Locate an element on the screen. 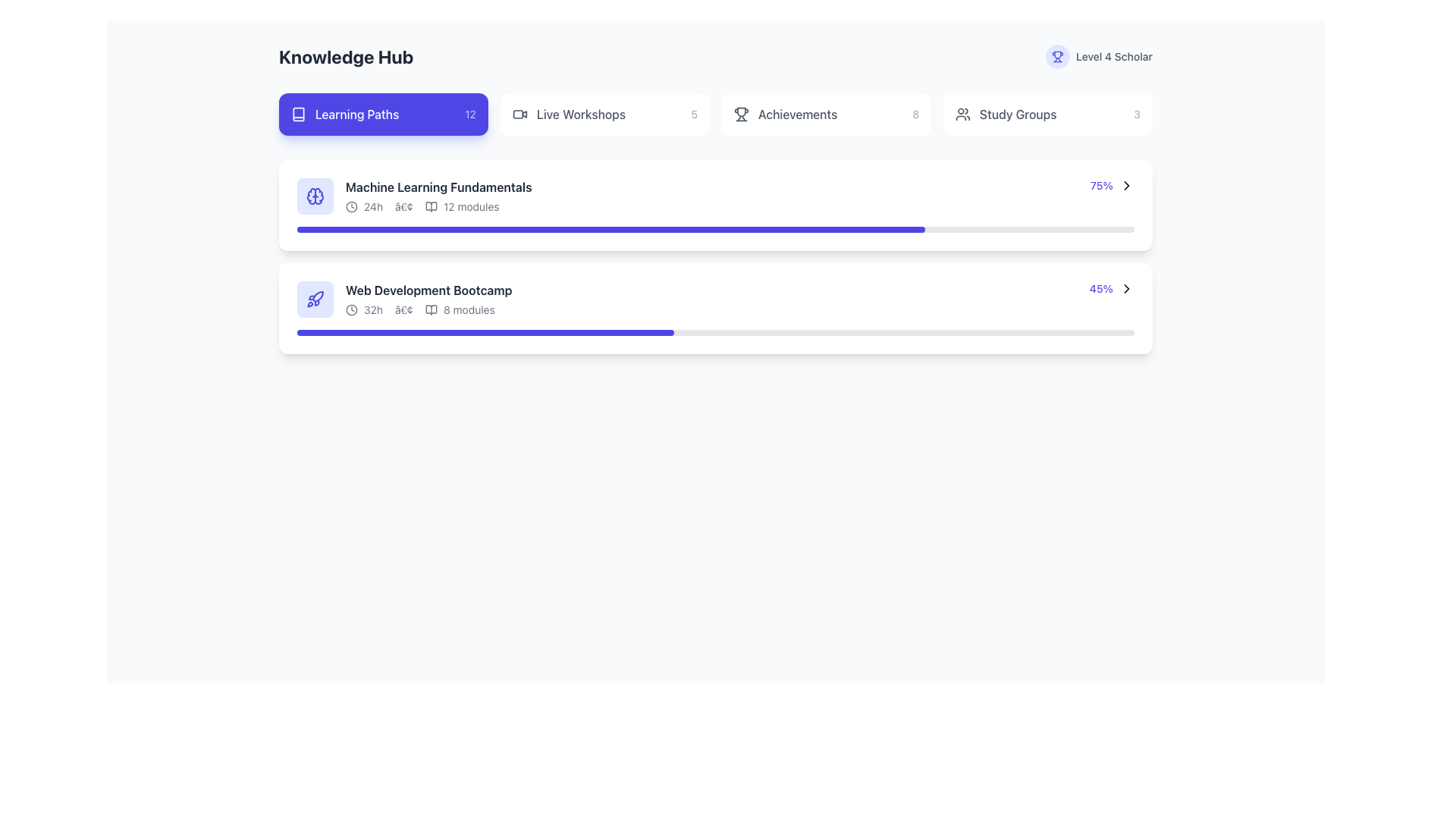  the left section of the brain-shaped SVG icon within the rounded square icon, located to the left of the text 'Machine Learning Fundamentals' in the top course card is located at coordinates (311, 195).